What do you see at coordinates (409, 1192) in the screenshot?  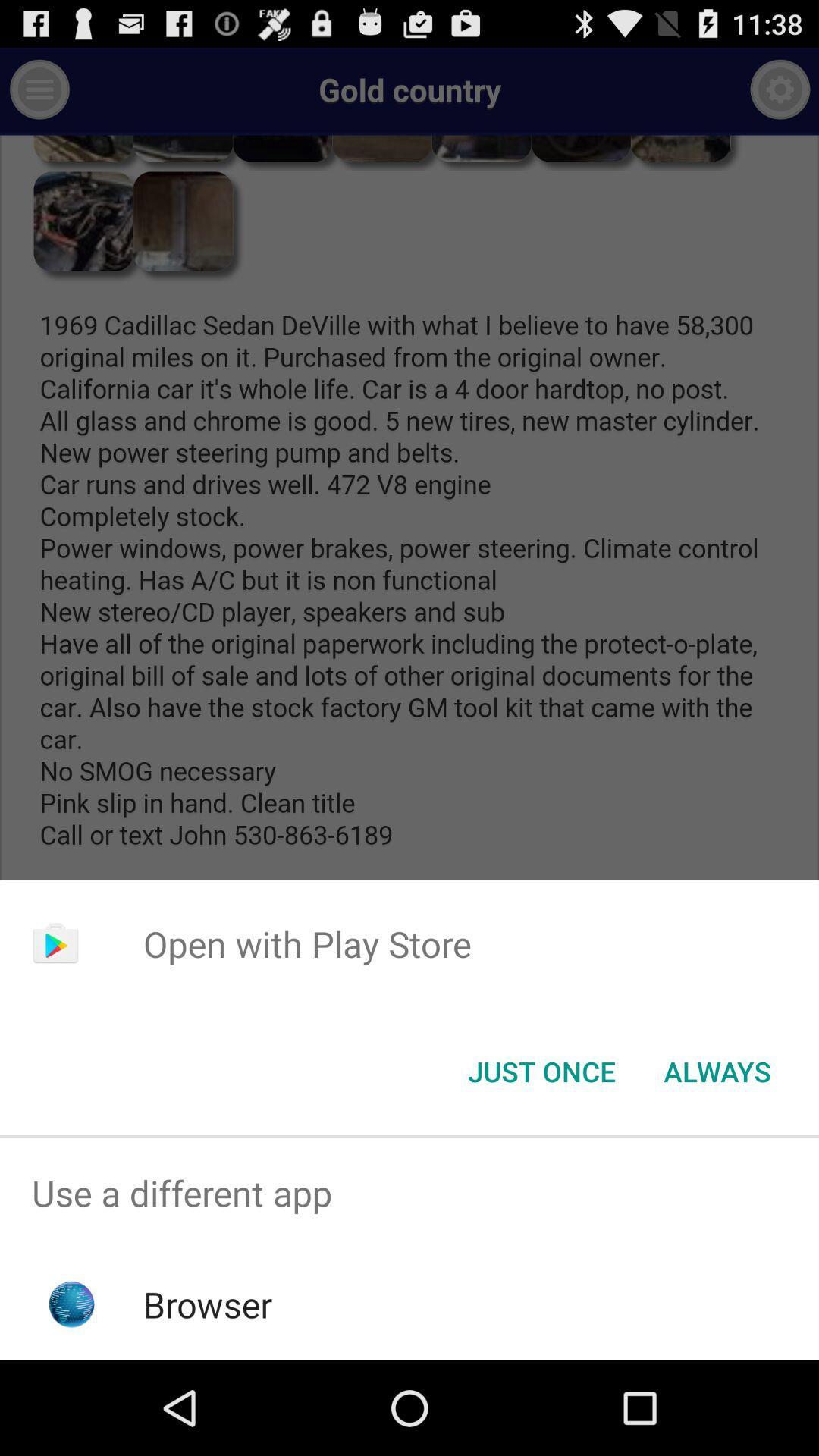 I see `the use a different` at bounding box center [409, 1192].